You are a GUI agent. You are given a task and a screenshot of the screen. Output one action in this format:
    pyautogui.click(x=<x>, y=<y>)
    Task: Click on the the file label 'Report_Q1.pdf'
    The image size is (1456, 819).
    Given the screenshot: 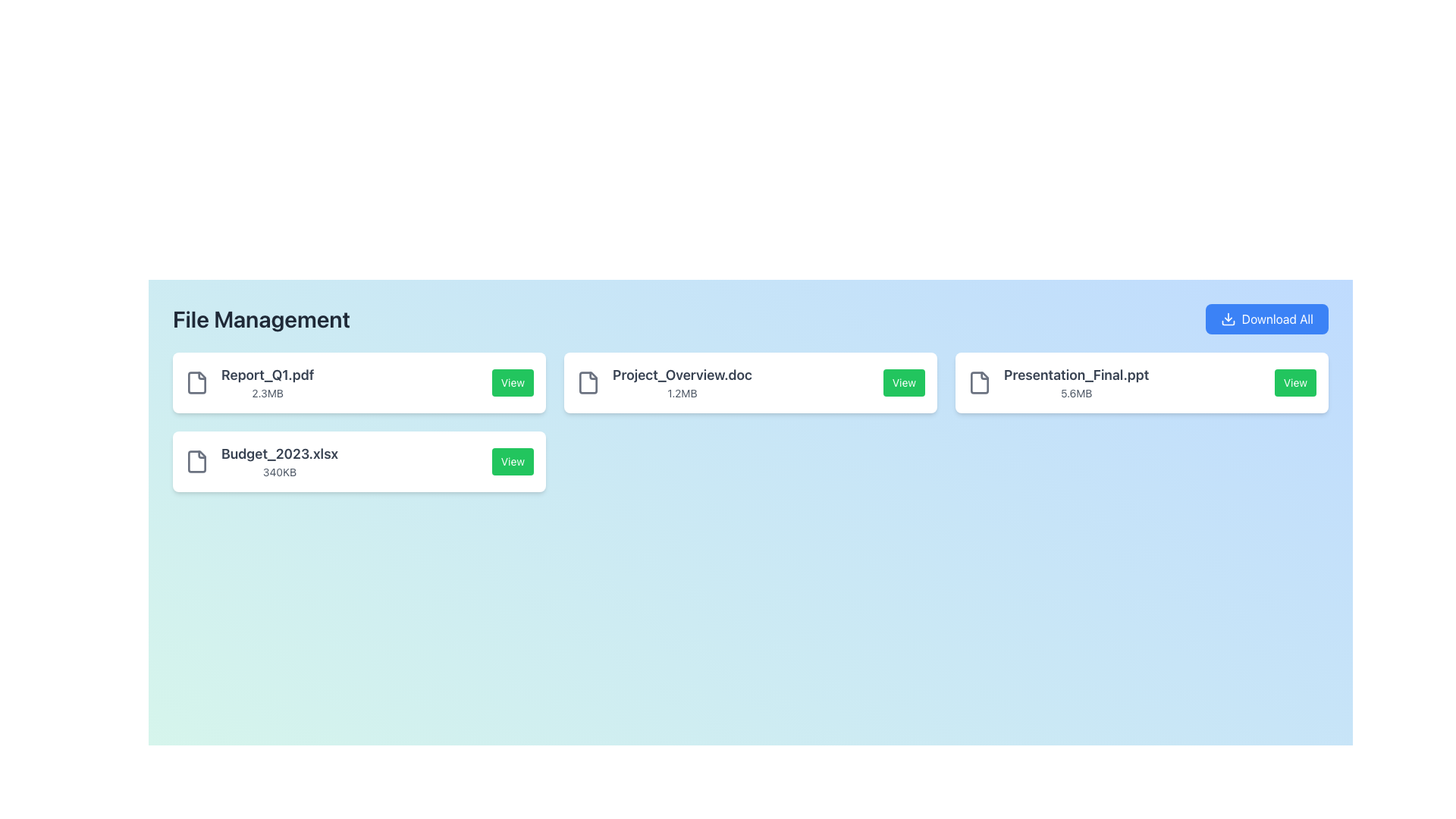 What is the action you would take?
    pyautogui.click(x=268, y=382)
    